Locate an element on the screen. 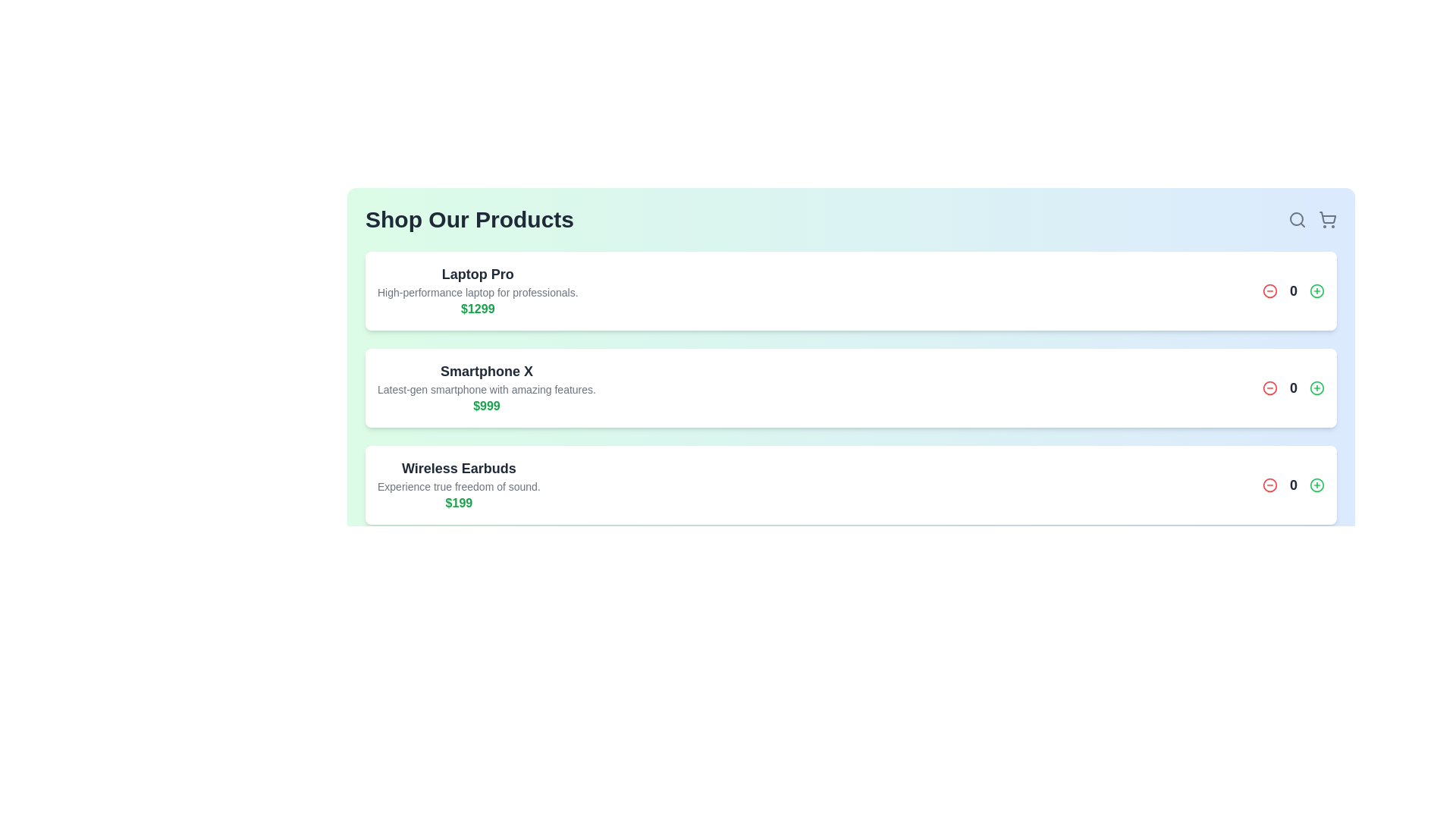 The width and height of the screenshot is (1456, 819). the shopping cart icon to open the shopping cart is located at coordinates (1327, 219).